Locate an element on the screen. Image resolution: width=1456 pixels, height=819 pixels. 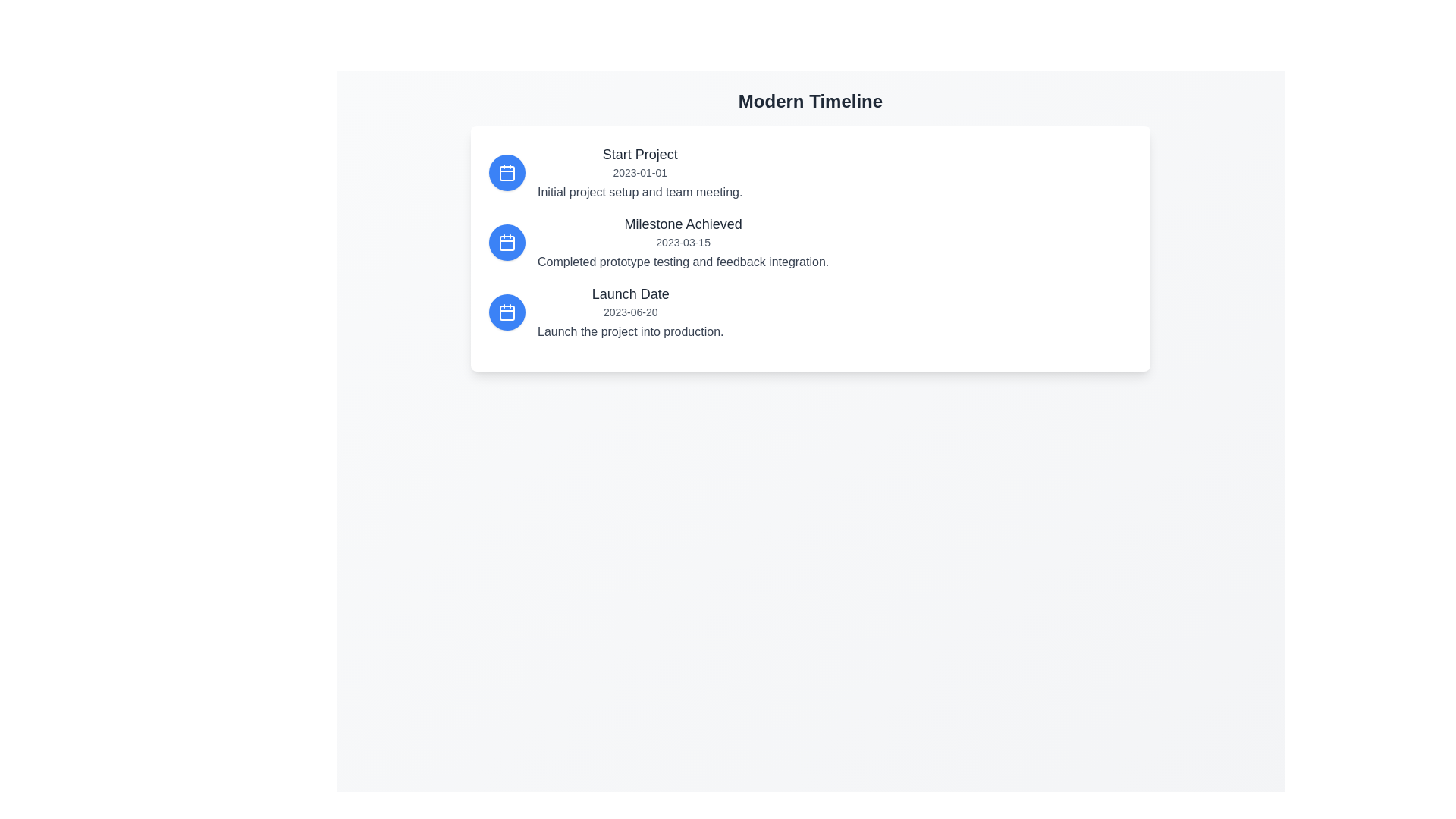
text content of the label 'Milestone Achieved', which is a large, bold, dark gray text positioned at the top of the second timeline card is located at coordinates (682, 224).